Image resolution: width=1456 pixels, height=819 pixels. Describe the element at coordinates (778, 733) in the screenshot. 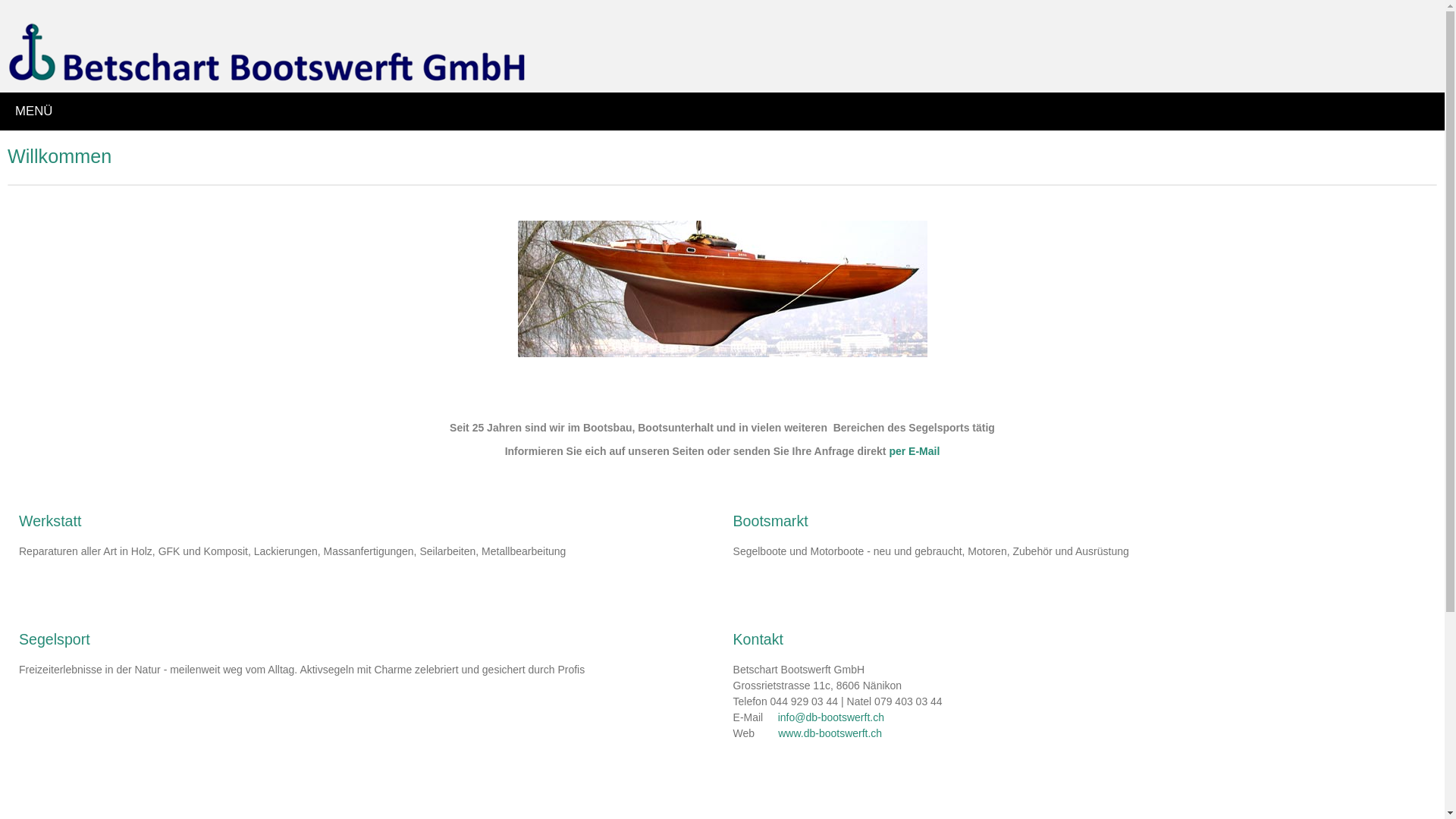

I see `'www.db-bootswerft.ch'` at that location.